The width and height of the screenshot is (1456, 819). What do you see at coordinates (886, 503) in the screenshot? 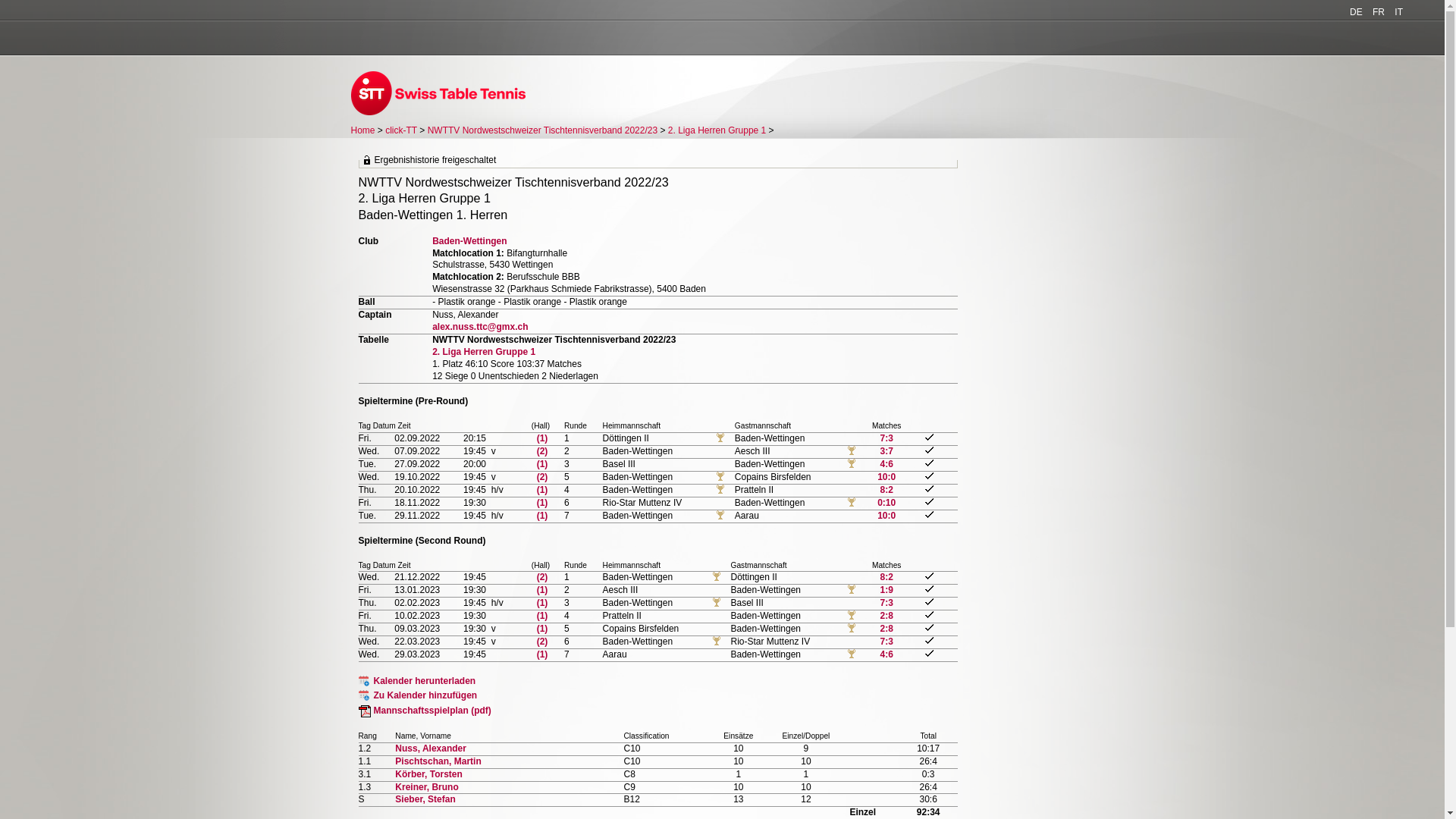
I see `'0:10'` at bounding box center [886, 503].